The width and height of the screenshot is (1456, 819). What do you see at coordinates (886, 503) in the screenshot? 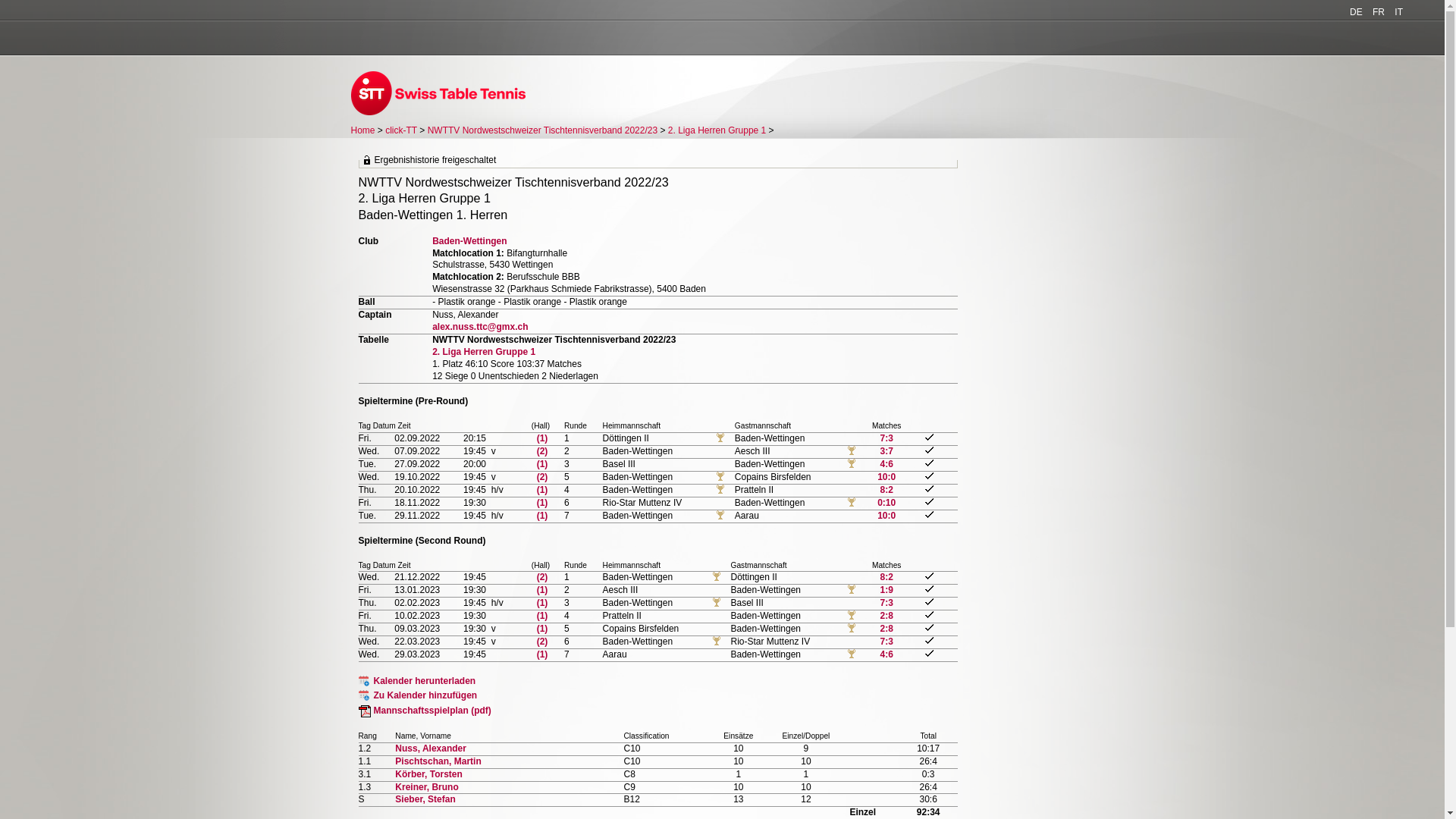
I see `'0:10'` at bounding box center [886, 503].